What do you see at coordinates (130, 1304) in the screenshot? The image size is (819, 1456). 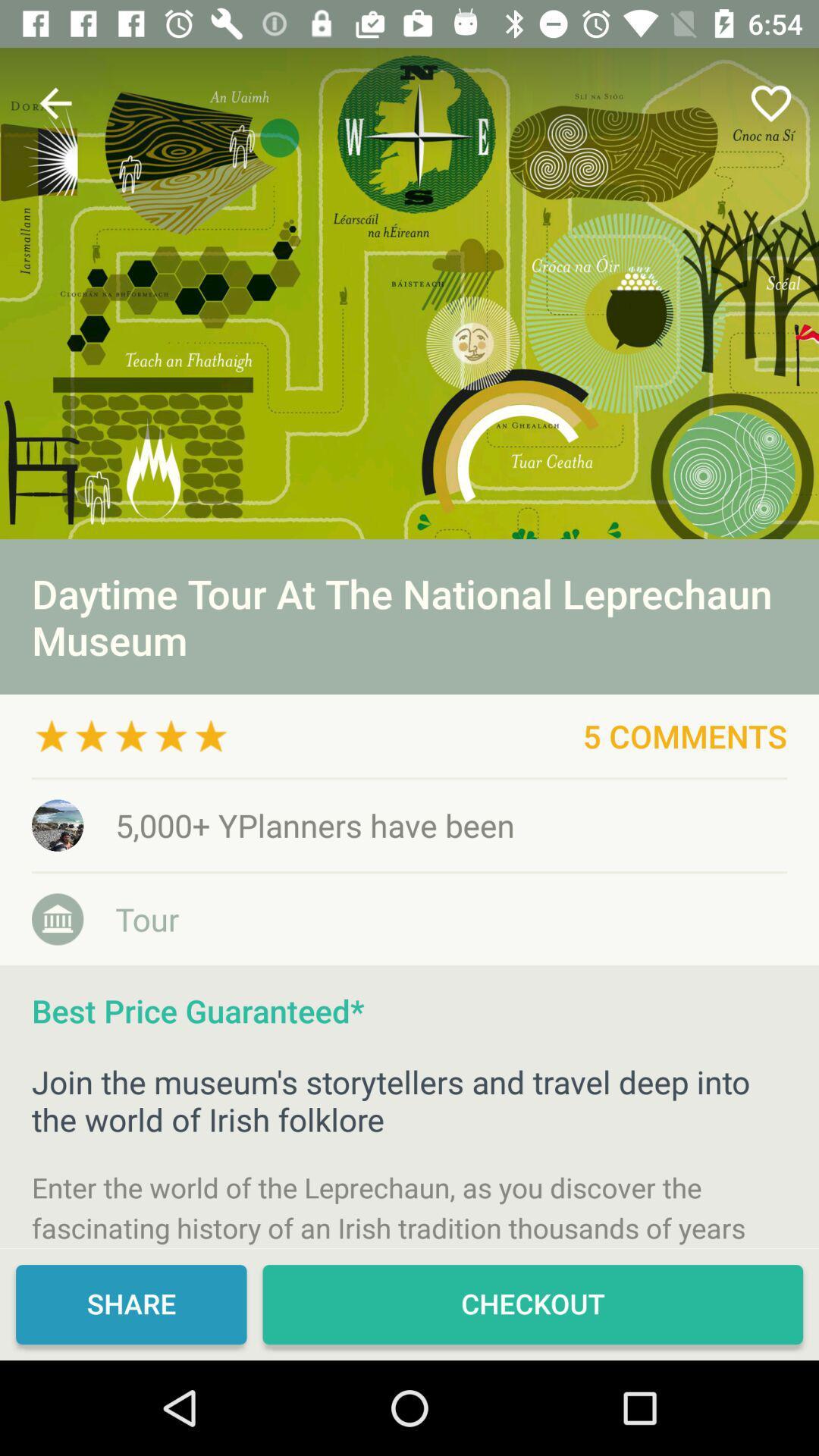 I see `share icon` at bounding box center [130, 1304].